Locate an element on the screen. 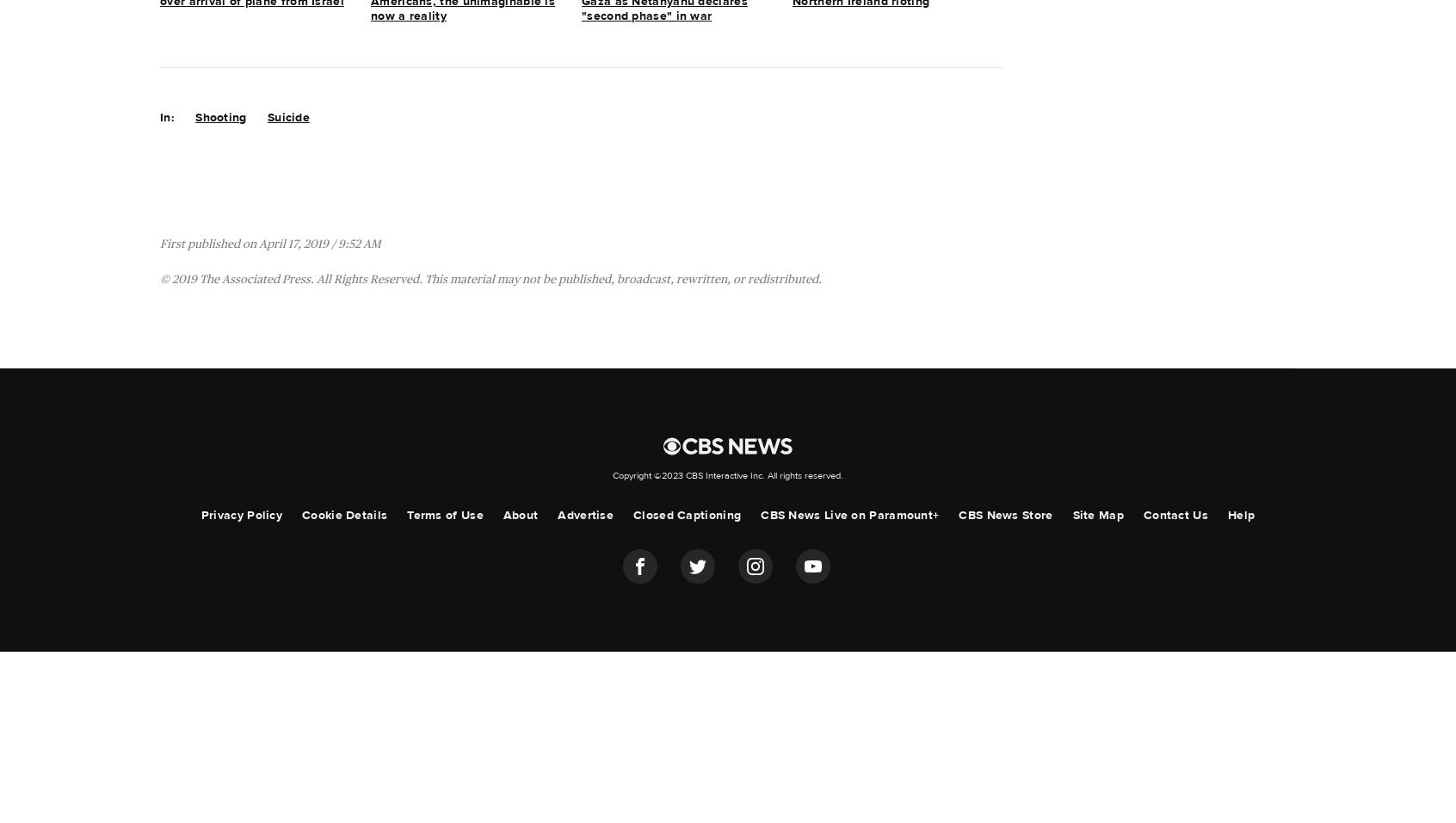  'Advertise' is located at coordinates (585, 516).